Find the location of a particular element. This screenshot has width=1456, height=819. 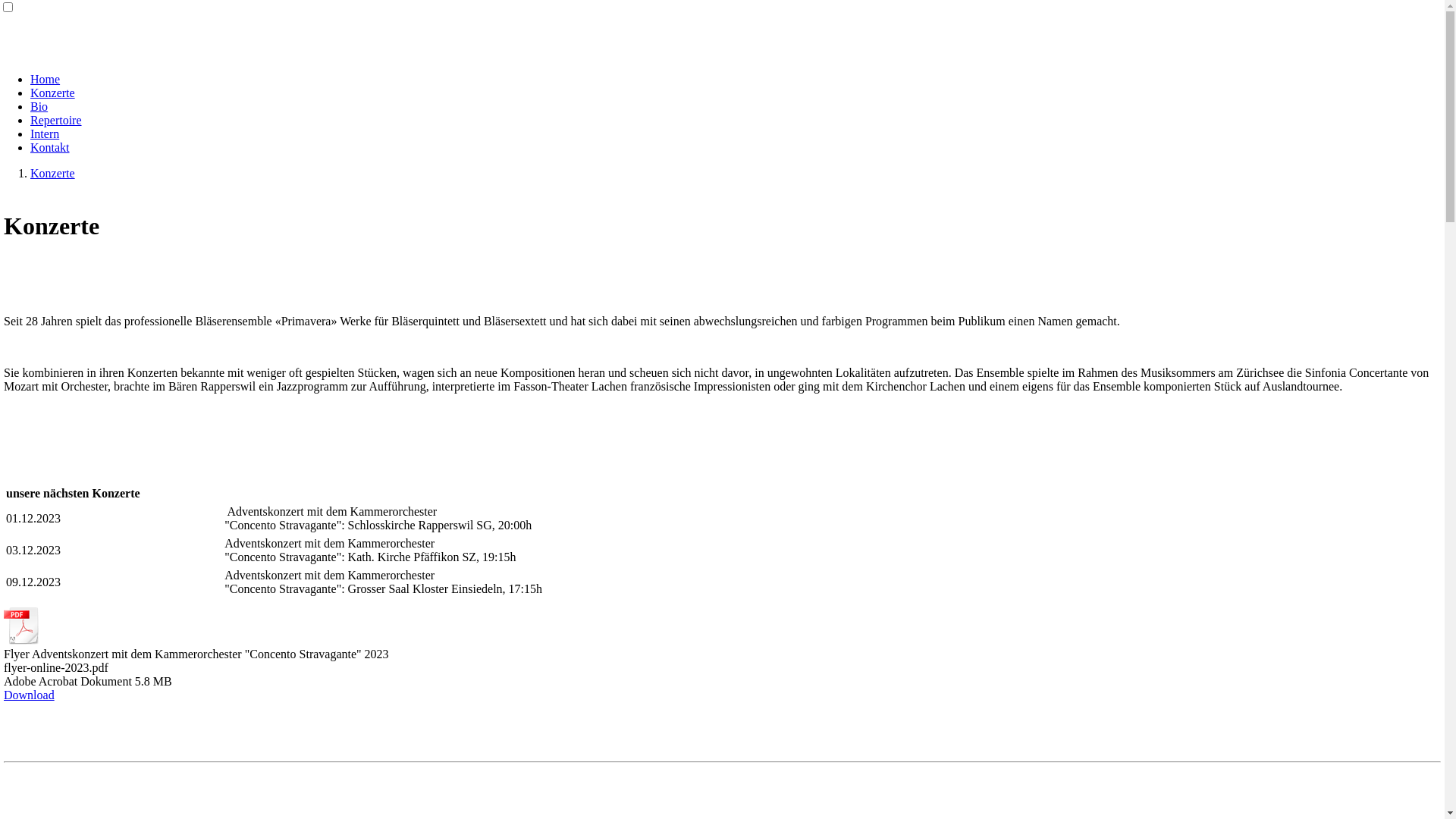

'Konzerte' is located at coordinates (52, 172).